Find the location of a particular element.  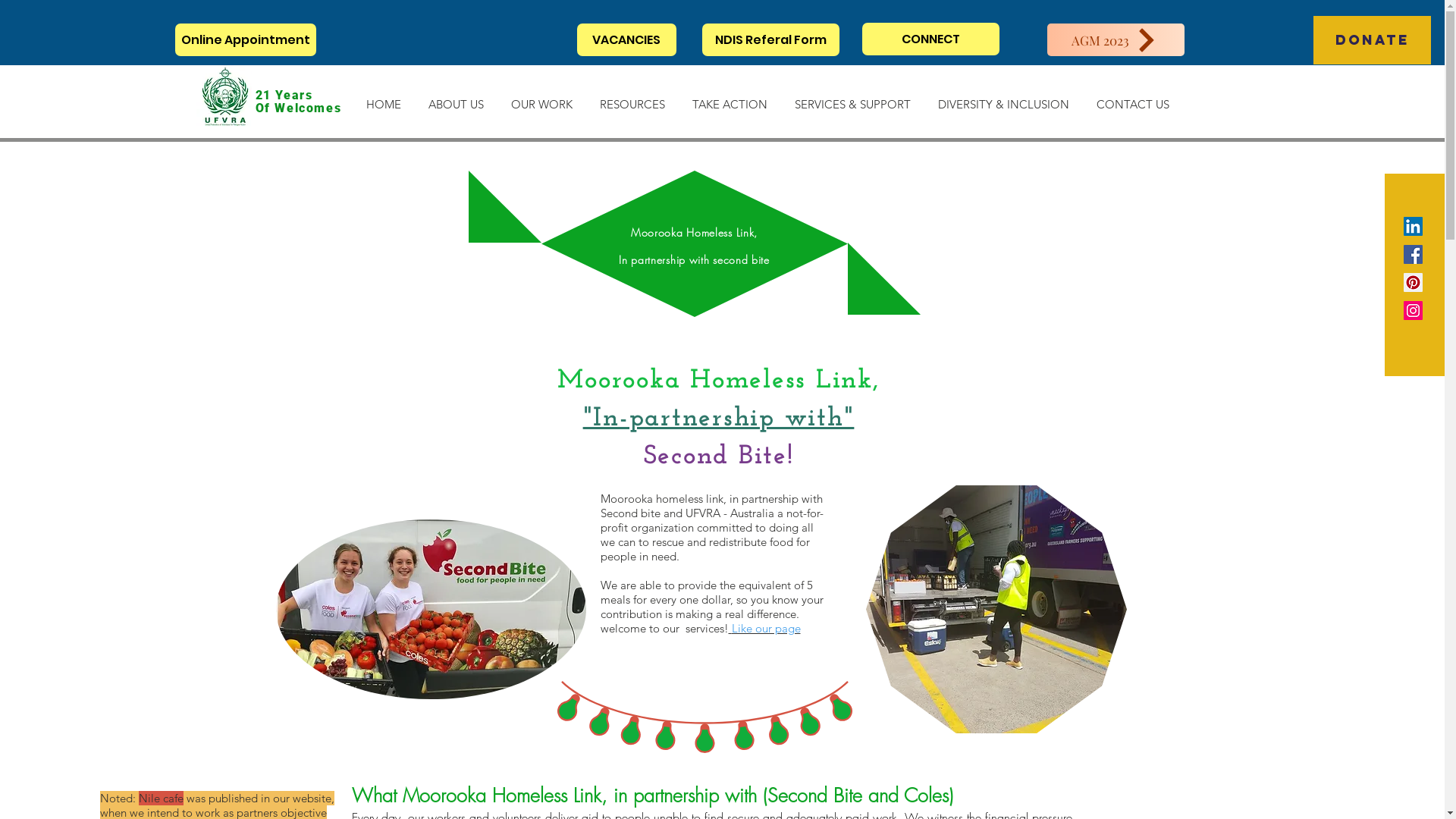

'VACANCIES' is located at coordinates (626, 39).